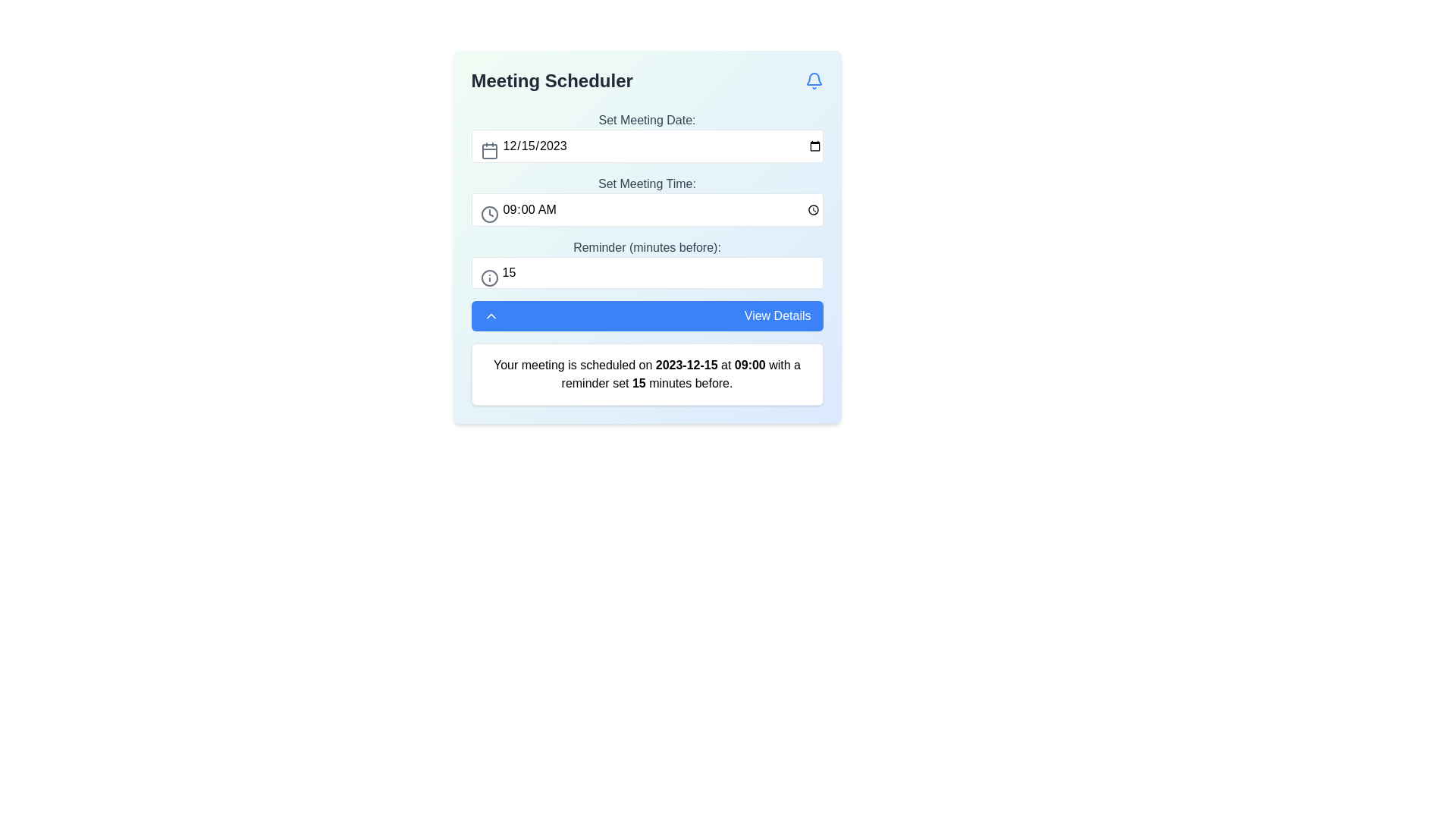 Image resolution: width=1456 pixels, height=819 pixels. I want to click on the bell-shaped notification icon located at the top right corner of the 'Meeting Scheduler' interface, so click(813, 81).